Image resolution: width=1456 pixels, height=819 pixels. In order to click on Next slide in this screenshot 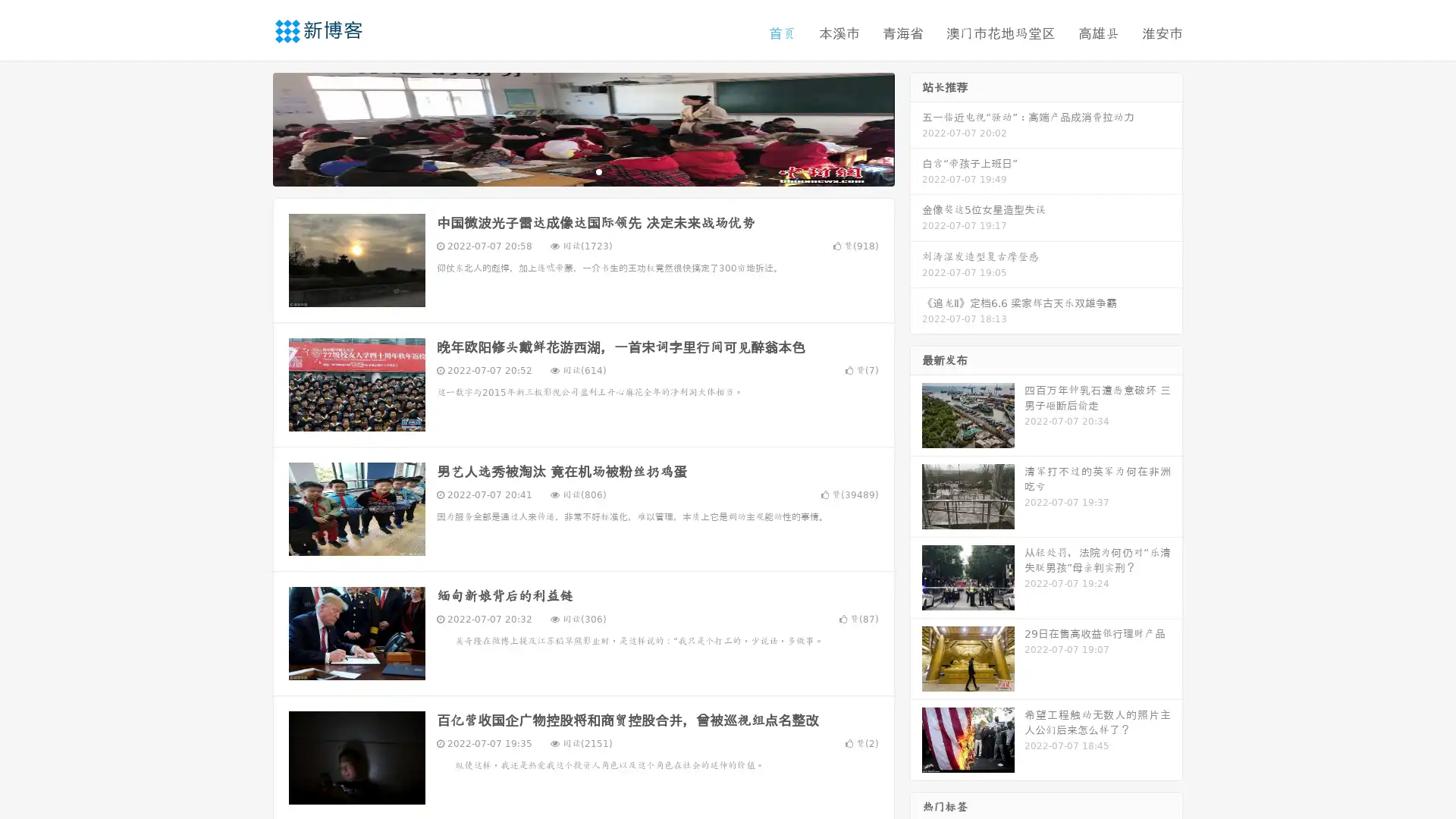, I will do `click(916, 127)`.